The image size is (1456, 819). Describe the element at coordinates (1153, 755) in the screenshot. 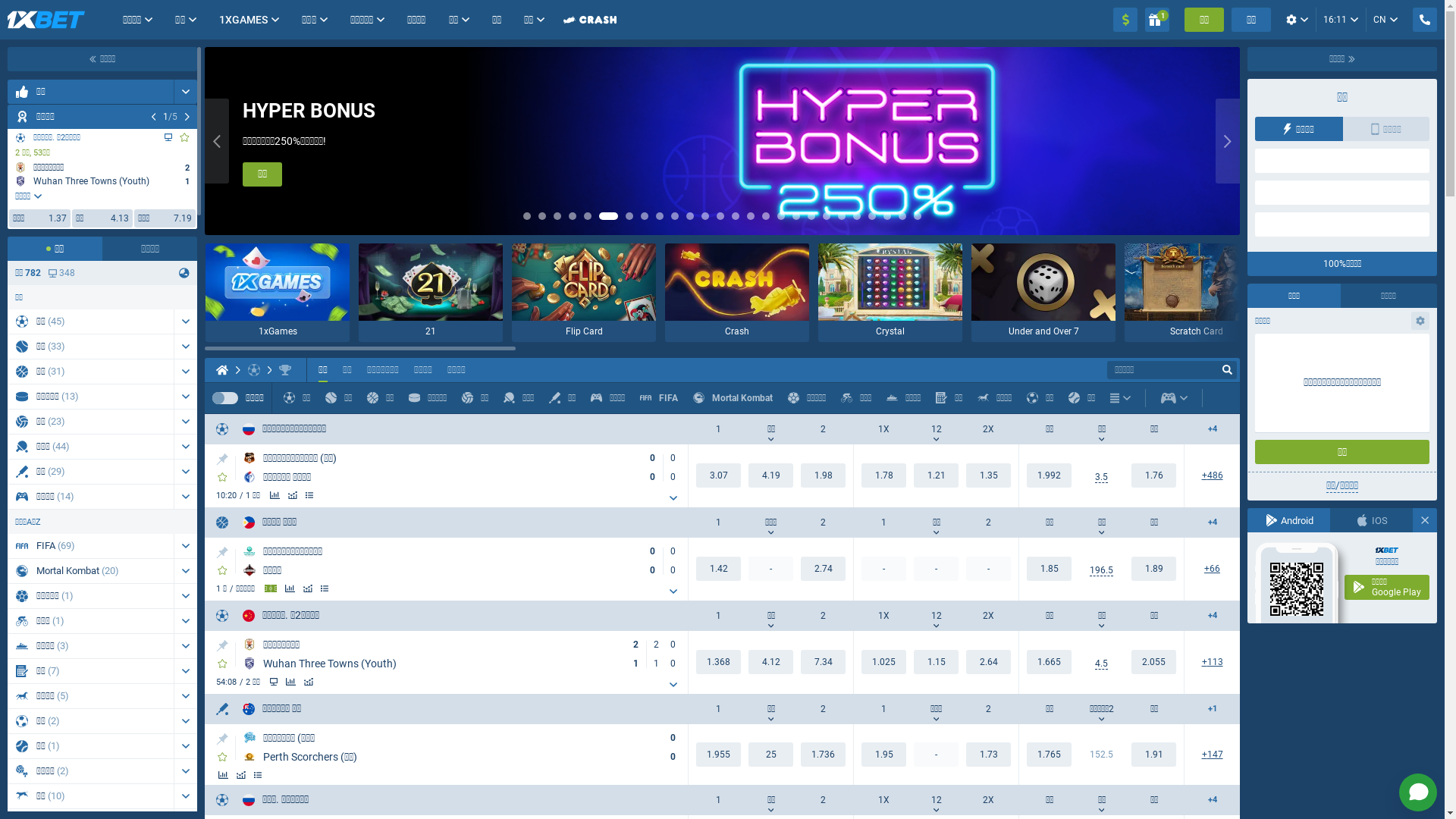

I see `'1.91'` at that location.